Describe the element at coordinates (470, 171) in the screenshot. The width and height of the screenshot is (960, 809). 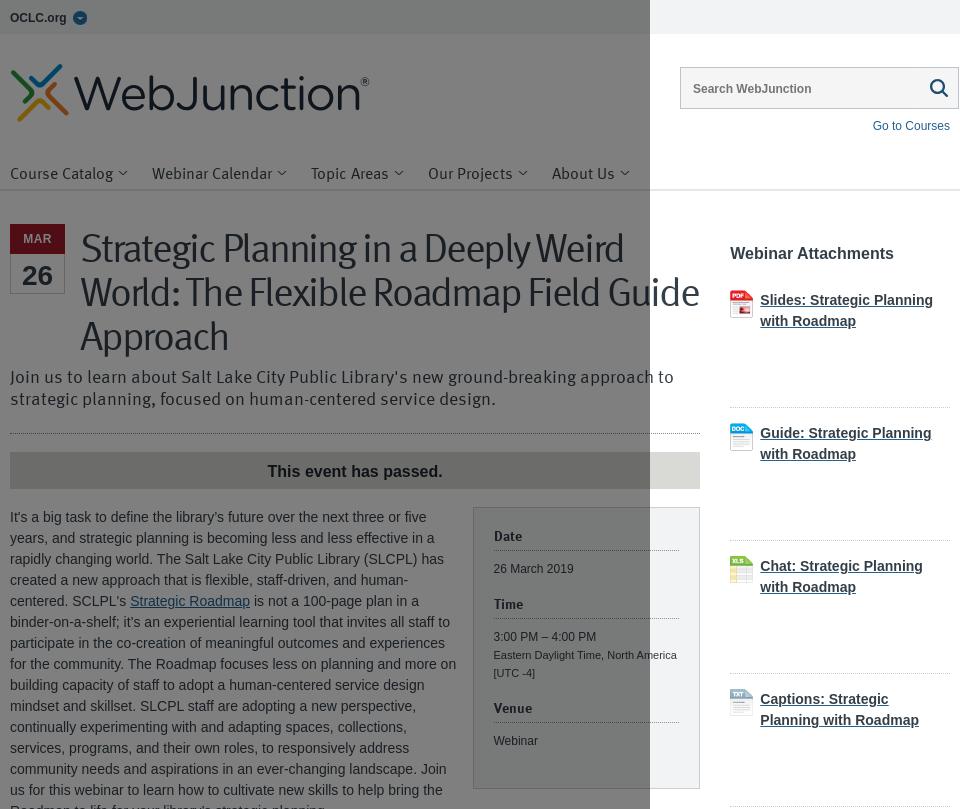
I see `'Our Projects'` at that location.